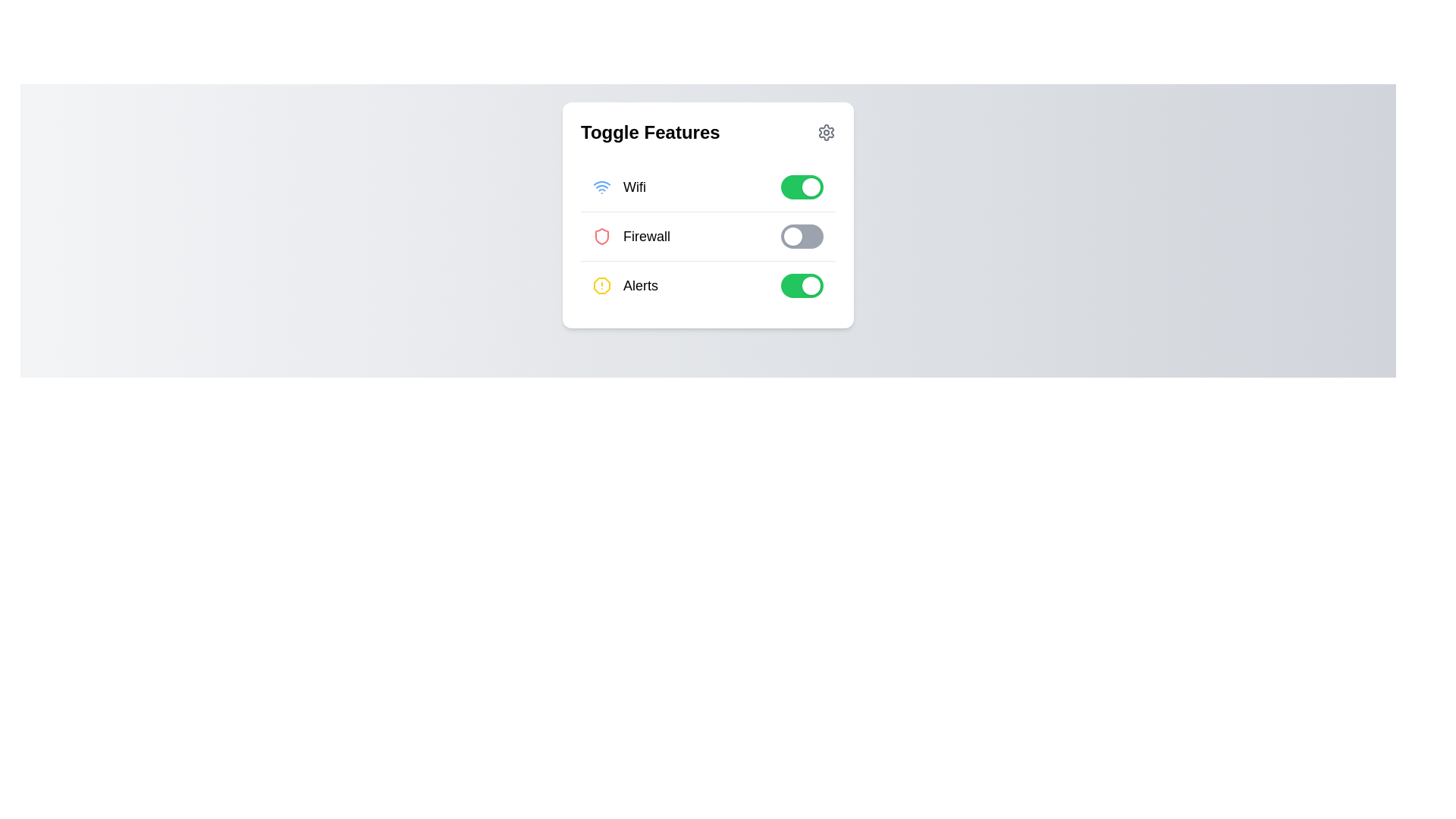 The height and width of the screenshot is (819, 1456). What do you see at coordinates (825, 131) in the screenshot?
I see `the gear icon button in the upper-right corner of the header box` at bounding box center [825, 131].